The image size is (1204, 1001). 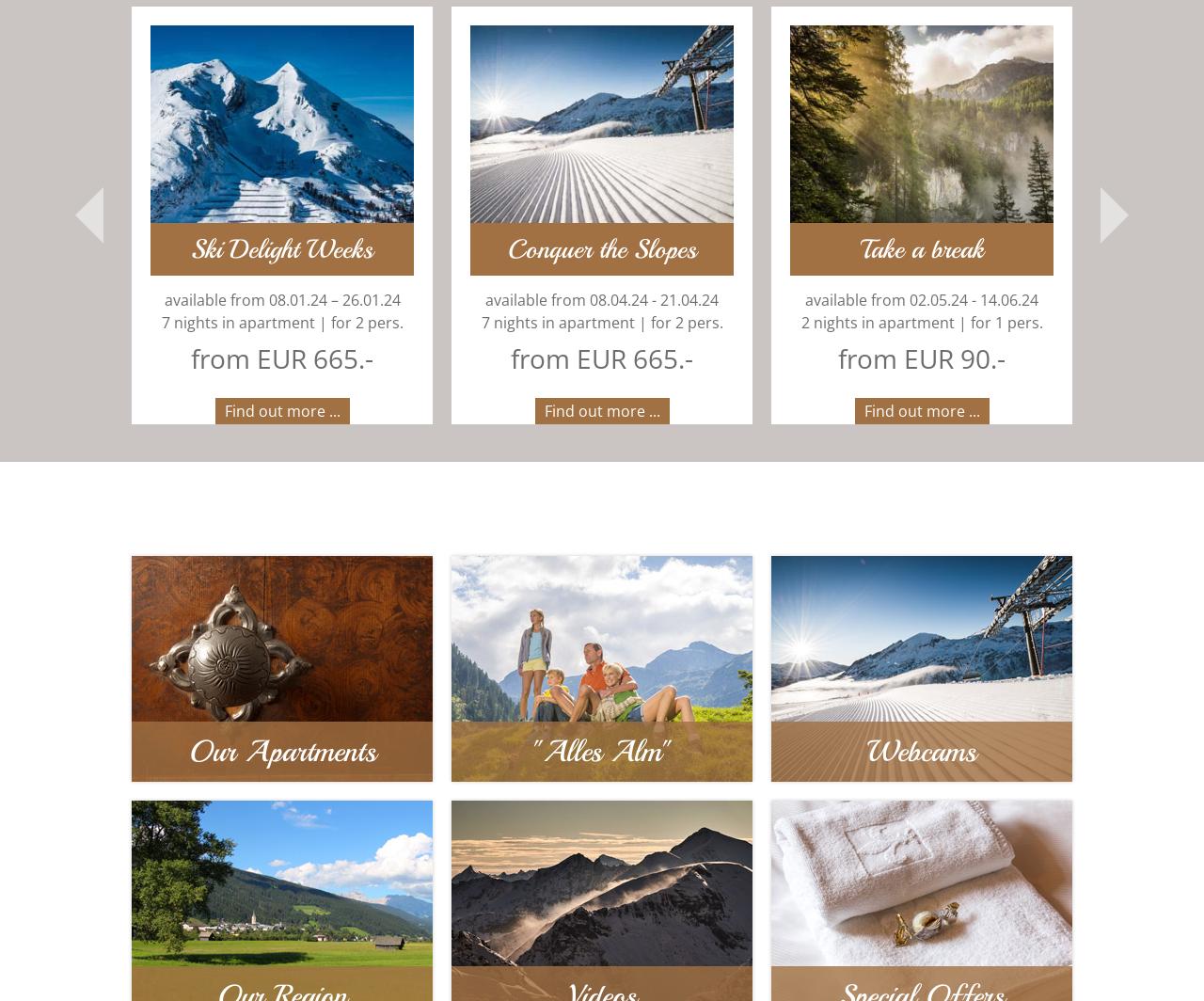 What do you see at coordinates (815, 358) in the screenshot?
I see `'from EUR 90.-'` at bounding box center [815, 358].